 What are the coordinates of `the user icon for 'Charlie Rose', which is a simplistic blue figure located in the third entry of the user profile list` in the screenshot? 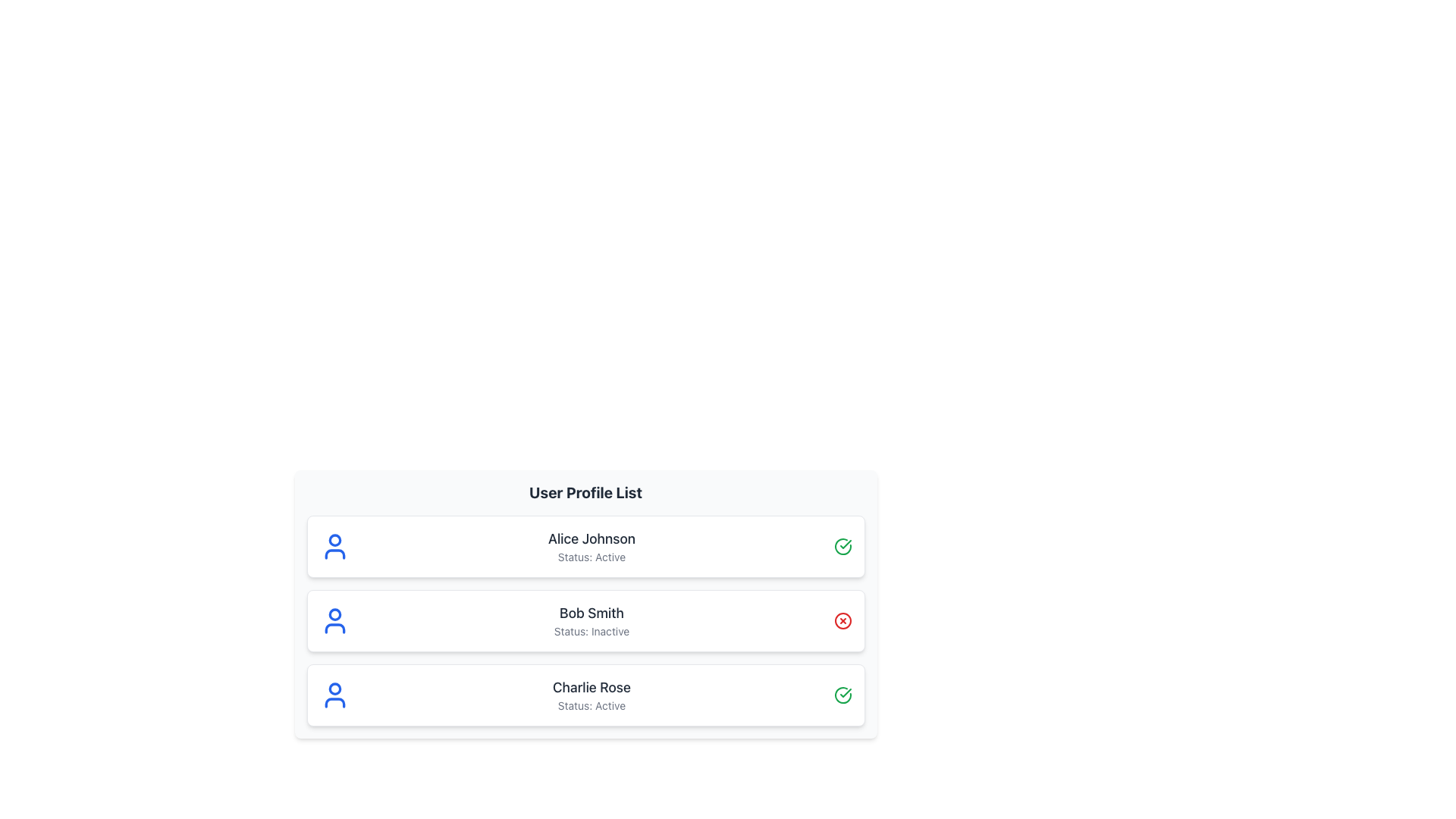 It's located at (334, 695).